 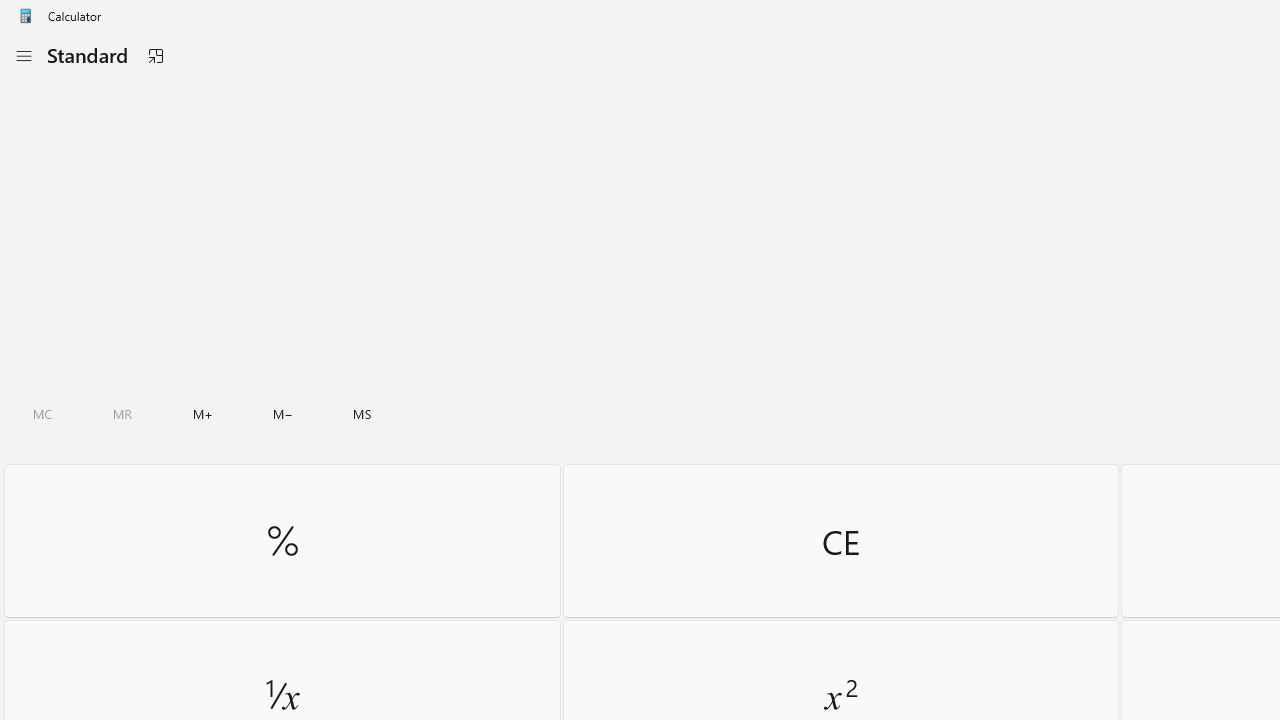 What do you see at coordinates (282, 413) in the screenshot?
I see `'Memory subtract'` at bounding box center [282, 413].